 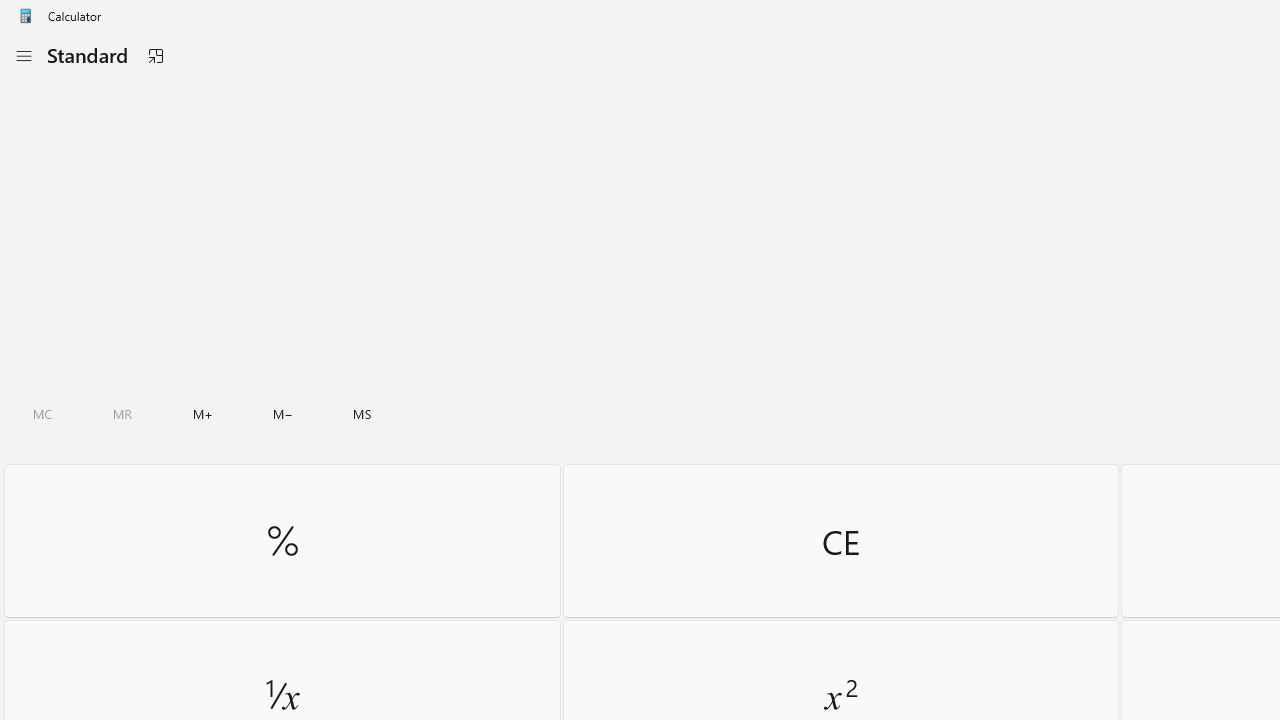 What do you see at coordinates (282, 413) in the screenshot?
I see `'Memory subtract'` at bounding box center [282, 413].